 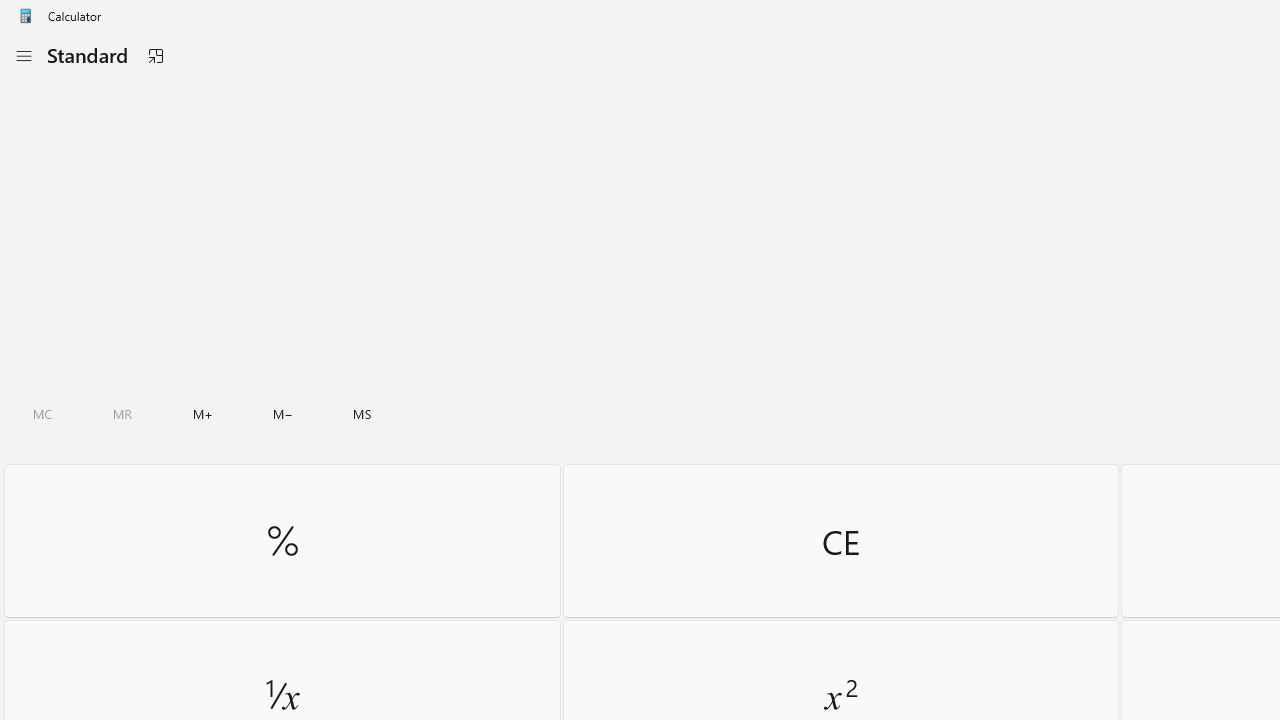 What do you see at coordinates (282, 413) in the screenshot?
I see `'Memory subtract'` at bounding box center [282, 413].